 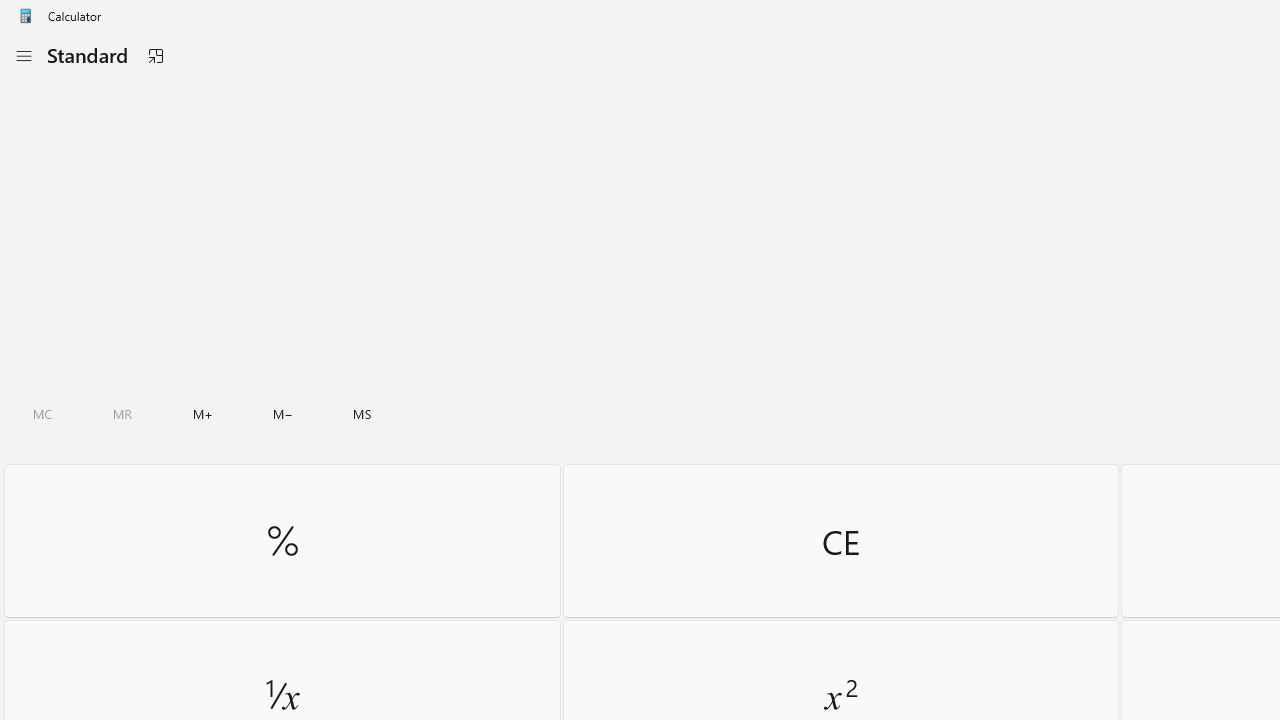 What do you see at coordinates (282, 413) in the screenshot?
I see `'Memory subtract'` at bounding box center [282, 413].